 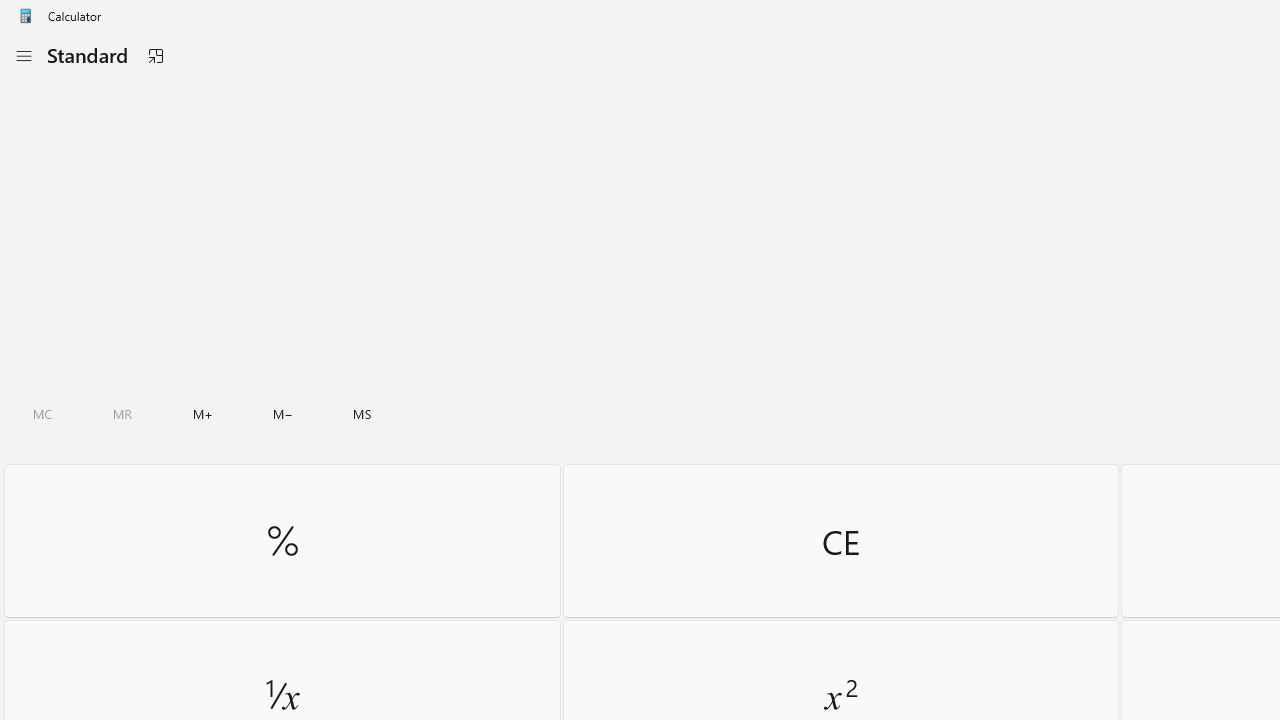 What do you see at coordinates (282, 413) in the screenshot?
I see `'Memory subtract'` at bounding box center [282, 413].